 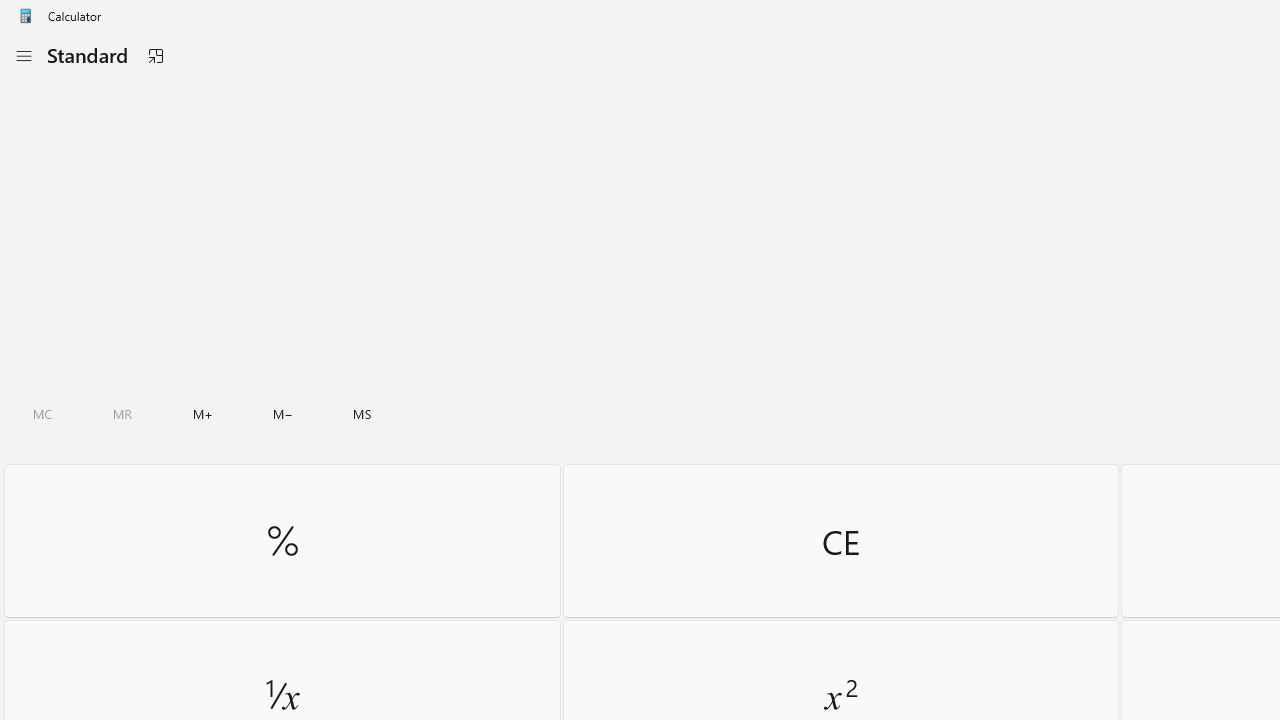 What do you see at coordinates (282, 413) in the screenshot?
I see `'Memory subtract'` at bounding box center [282, 413].